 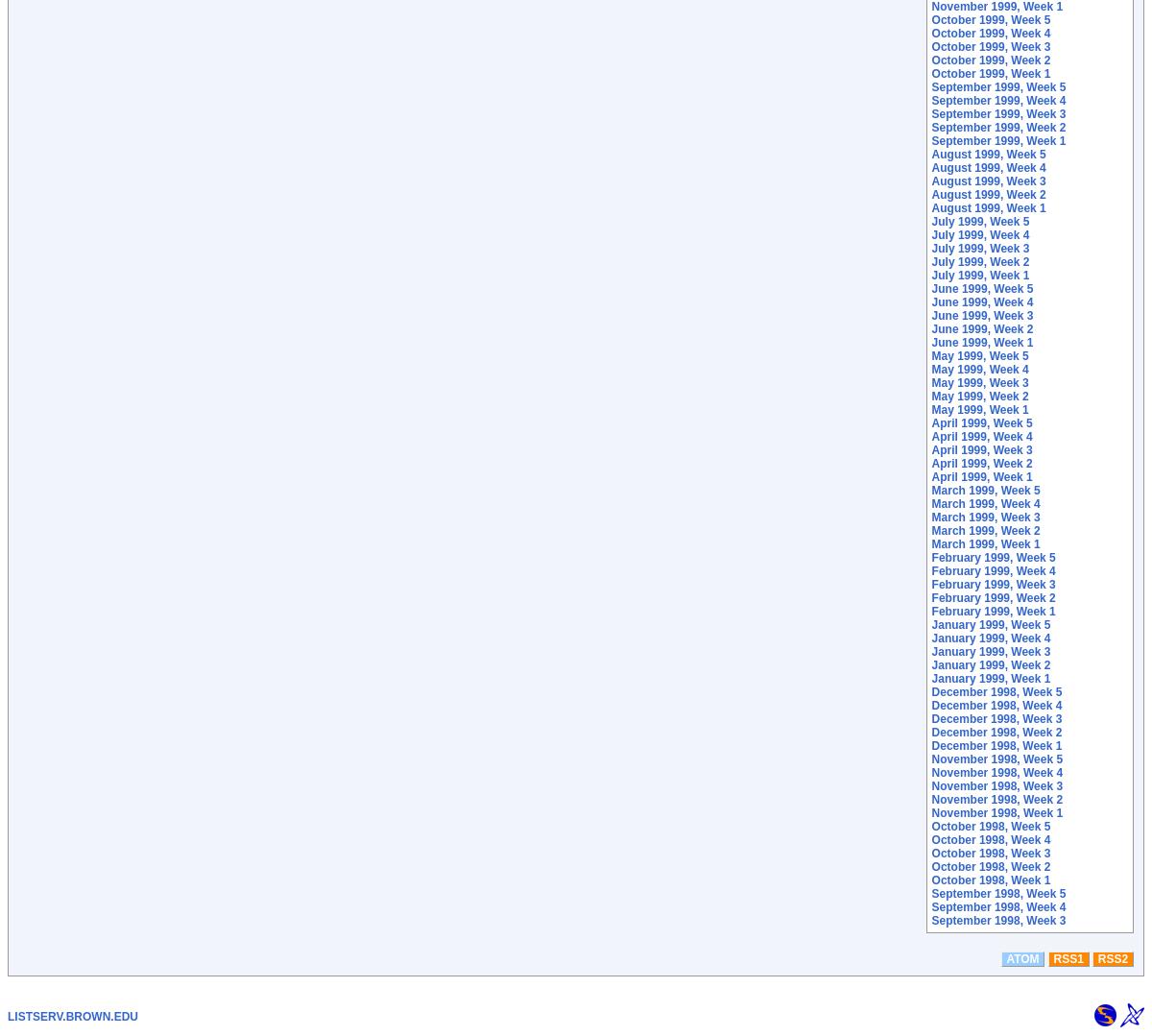 I want to click on 'August 1999, Week 5', so click(x=930, y=153).